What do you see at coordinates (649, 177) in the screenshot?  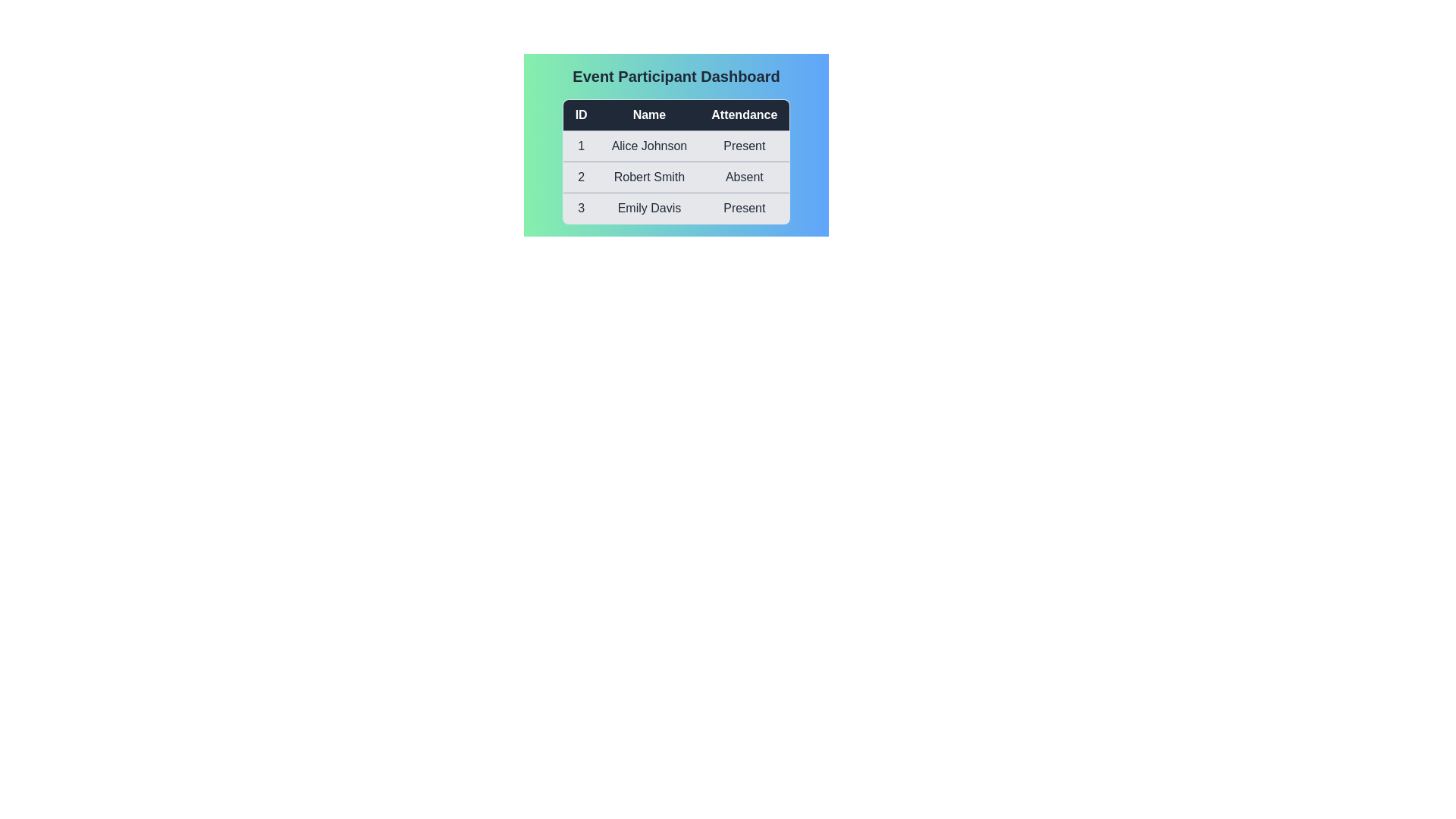 I see `text displayed in the Text Label that shows 'Robert Smith', which is centrally aligned within its cell in the second row of the table under the 'Name' column` at bounding box center [649, 177].